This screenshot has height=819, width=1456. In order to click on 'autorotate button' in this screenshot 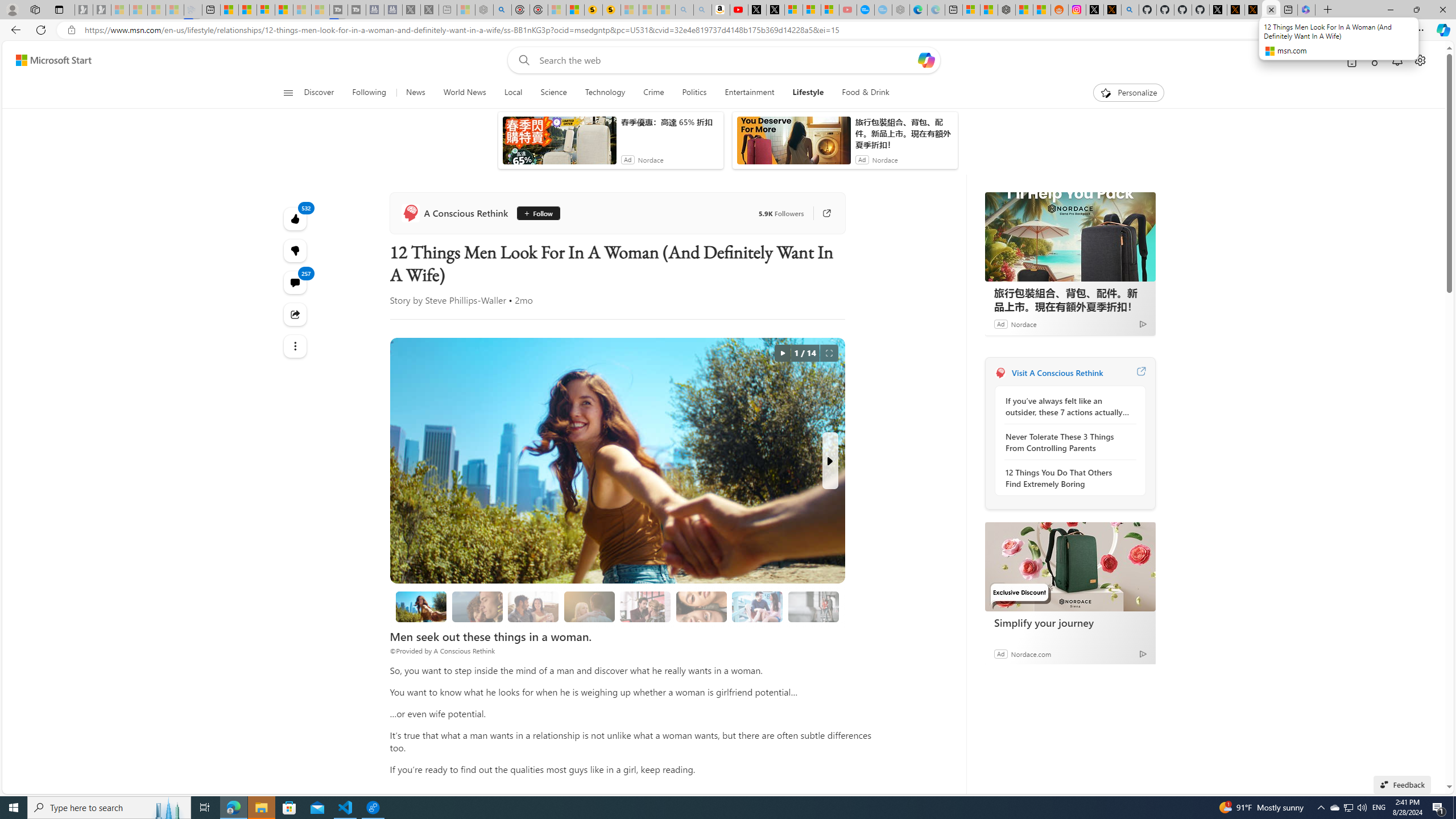, I will do `click(782, 353)`.